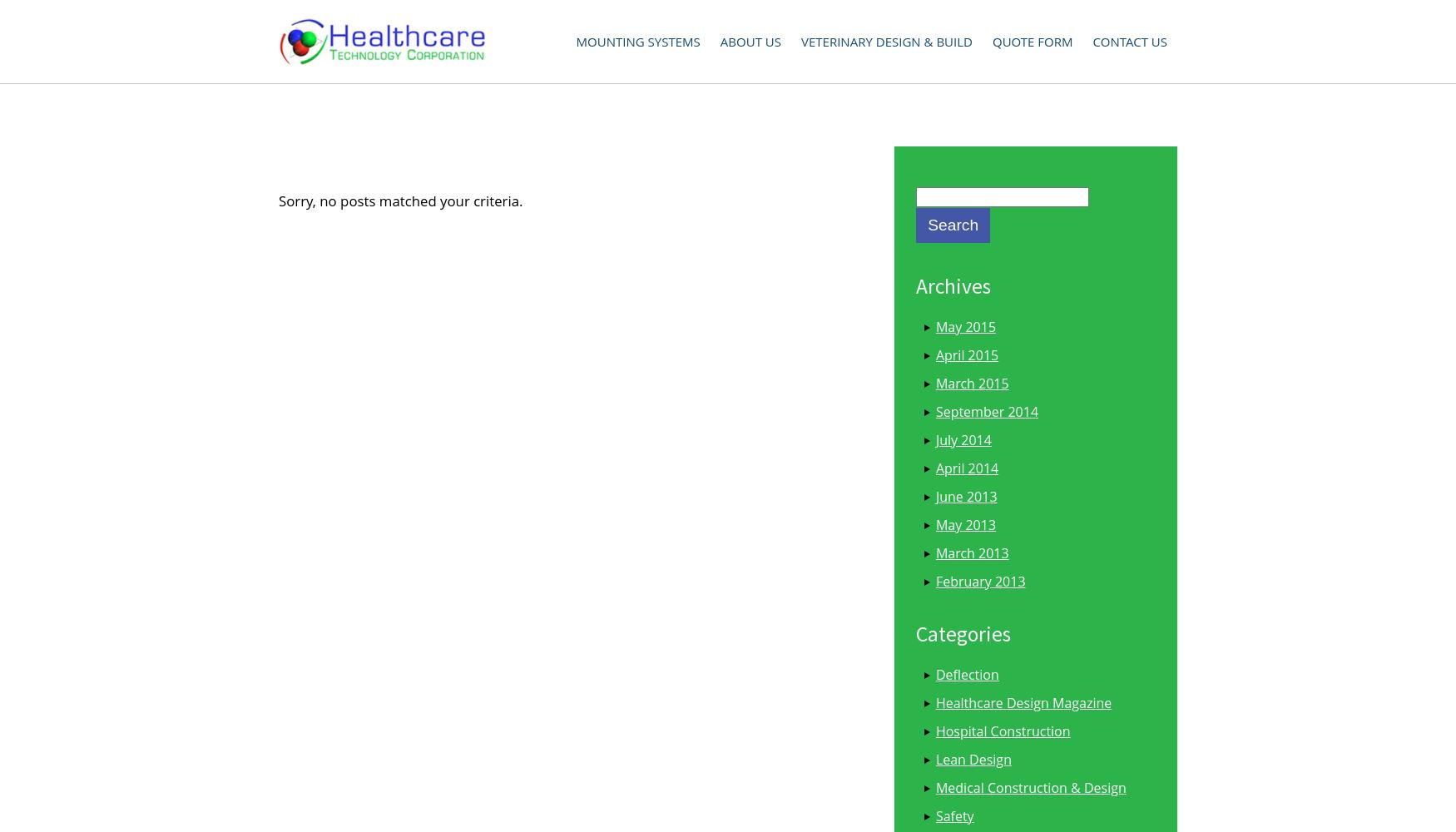  I want to click on 'March 2015', so click(970, 382).